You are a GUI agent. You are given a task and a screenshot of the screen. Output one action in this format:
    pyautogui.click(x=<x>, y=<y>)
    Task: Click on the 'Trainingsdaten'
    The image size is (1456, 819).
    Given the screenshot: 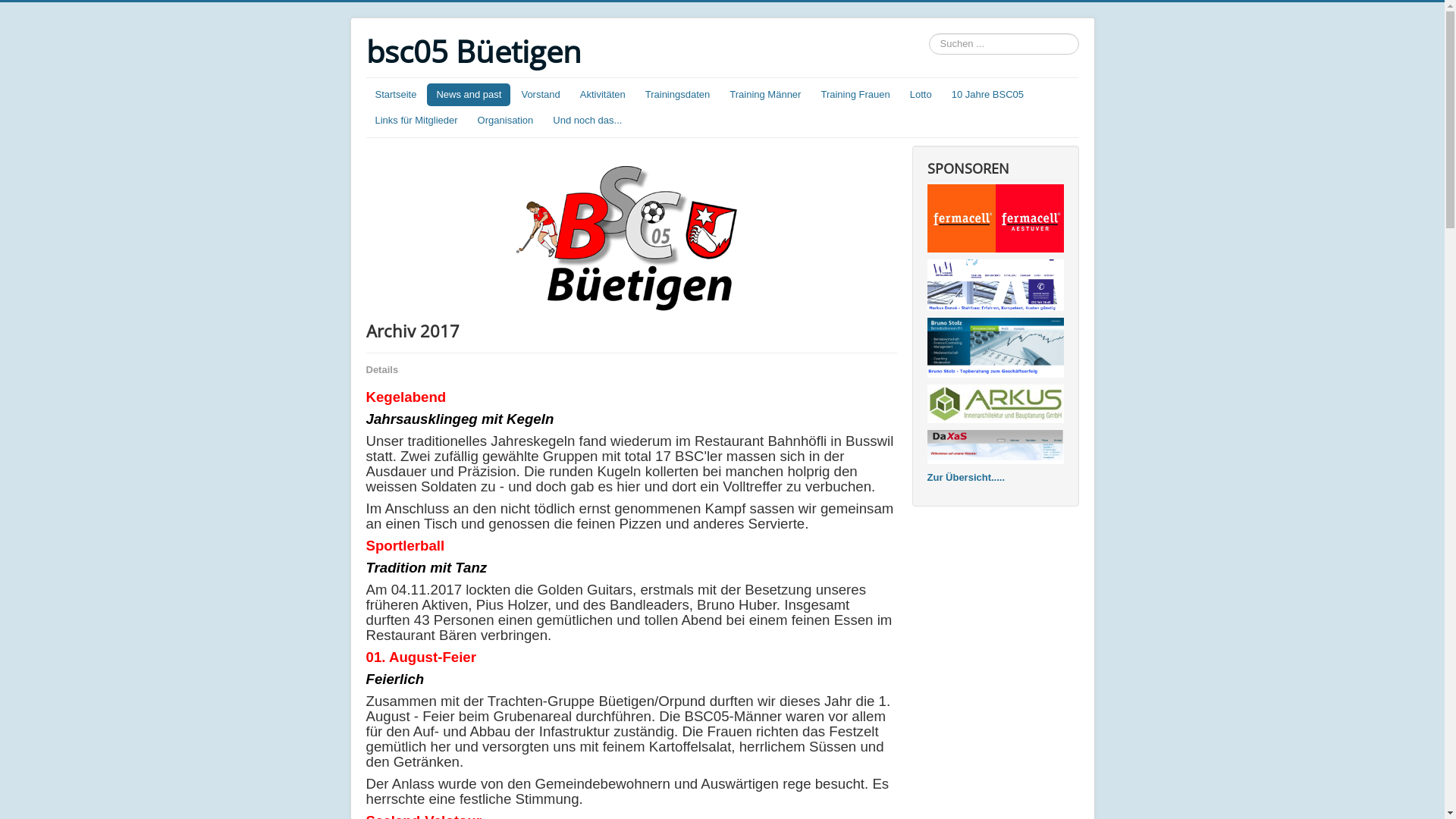 What is the action you would take?
    pyautogui.click(x=676, y=94)
    